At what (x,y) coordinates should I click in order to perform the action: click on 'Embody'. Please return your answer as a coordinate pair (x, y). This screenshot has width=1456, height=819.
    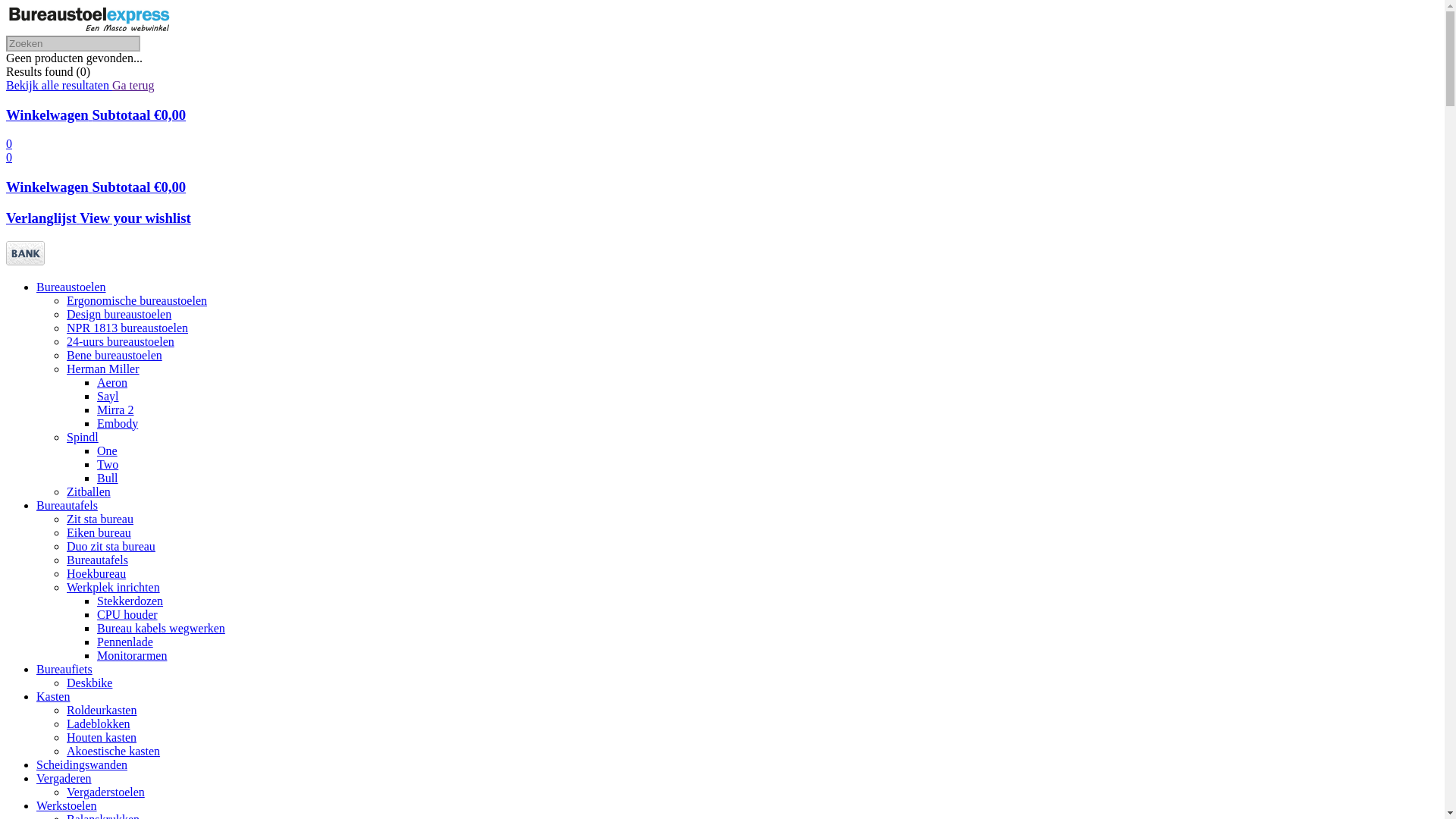
    Looking at the image, I should click on (116, 423).